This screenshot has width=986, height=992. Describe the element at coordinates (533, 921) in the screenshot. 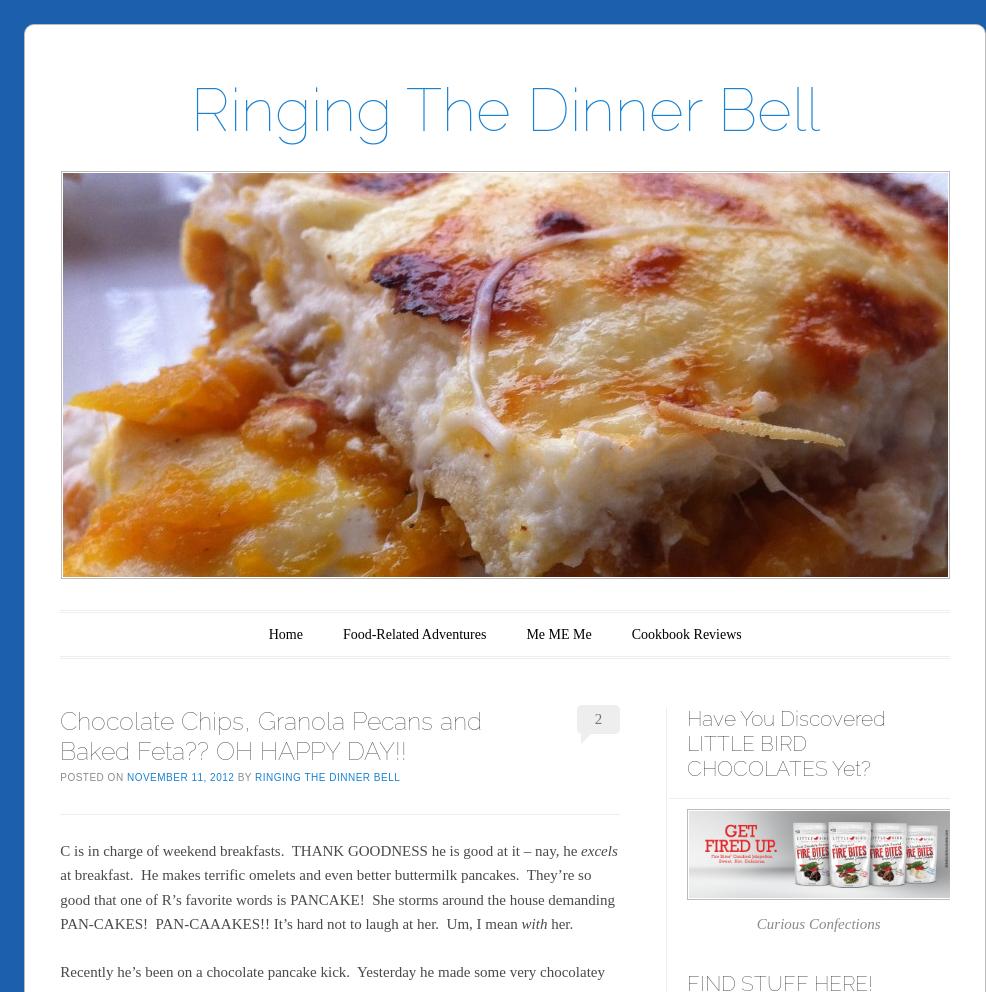

I see `'with'` at that location.